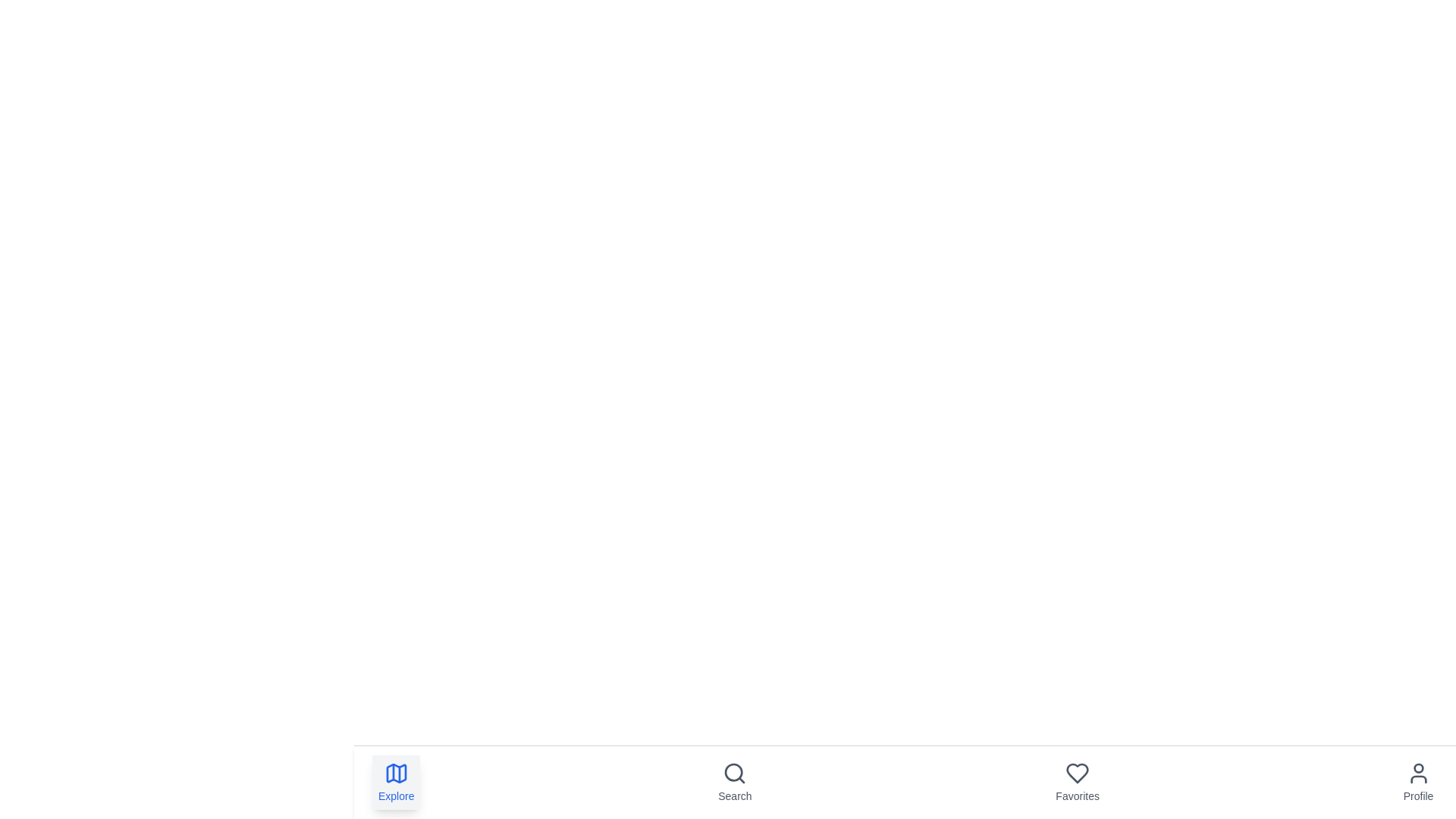 Image resolution: width=1456 pixels, height=819 pixels. Describe the element at coordinates (1076, 783) in the screenshot. I see `the navigation item labeled Favorites` at that location.